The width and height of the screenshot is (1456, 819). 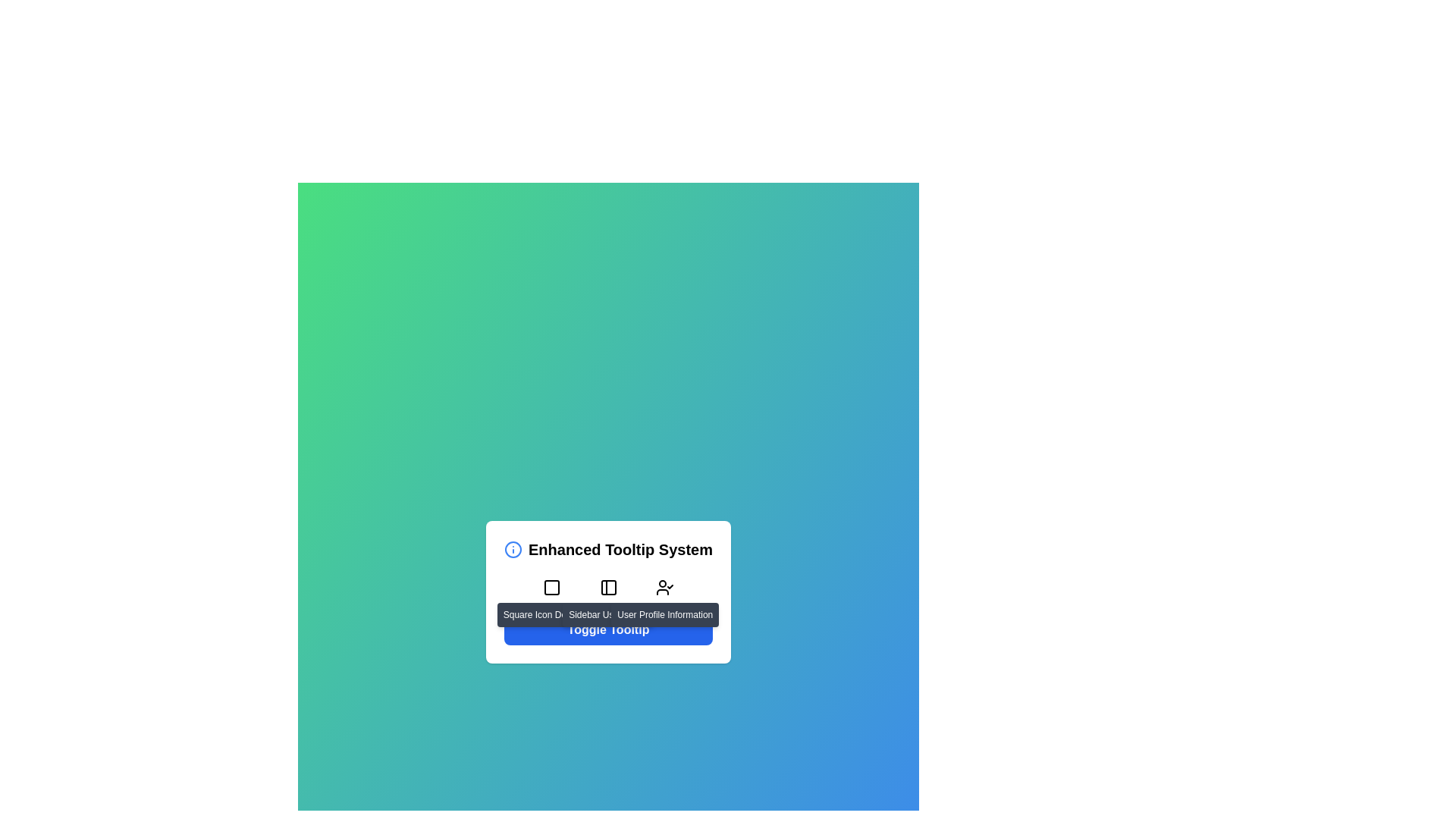 What do you see at coordinates (665, 614) in the screenshot?
I see `information displayed in the tooltip with the text 'User Profile Information', which has a dark gray background and white text, positioned below the user profile icon` at bounding box center [665, 614].